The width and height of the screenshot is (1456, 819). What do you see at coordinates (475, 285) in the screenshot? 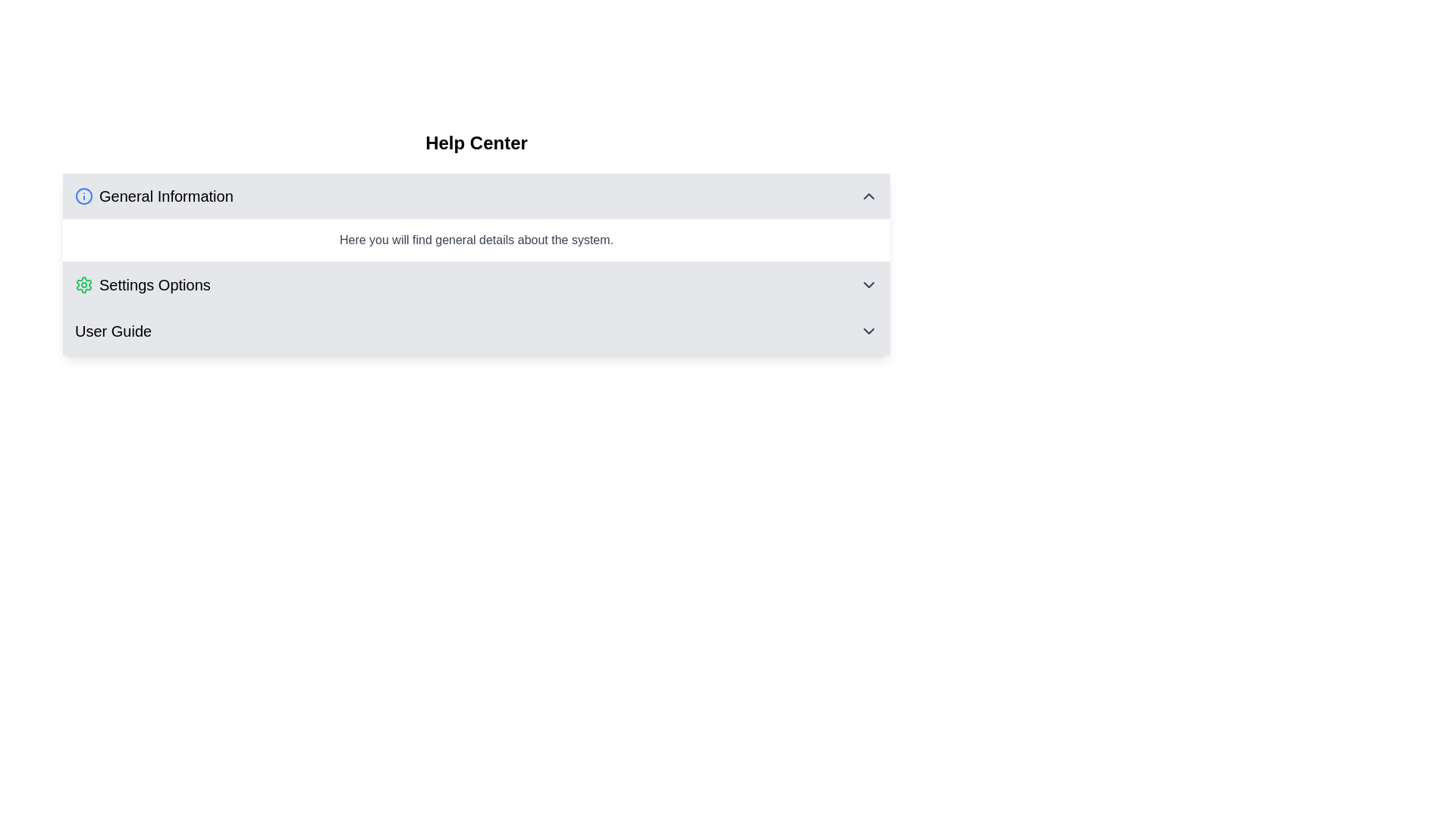
I see `the second entry in the 'Help Center' list` at bounding box center [475, 285].